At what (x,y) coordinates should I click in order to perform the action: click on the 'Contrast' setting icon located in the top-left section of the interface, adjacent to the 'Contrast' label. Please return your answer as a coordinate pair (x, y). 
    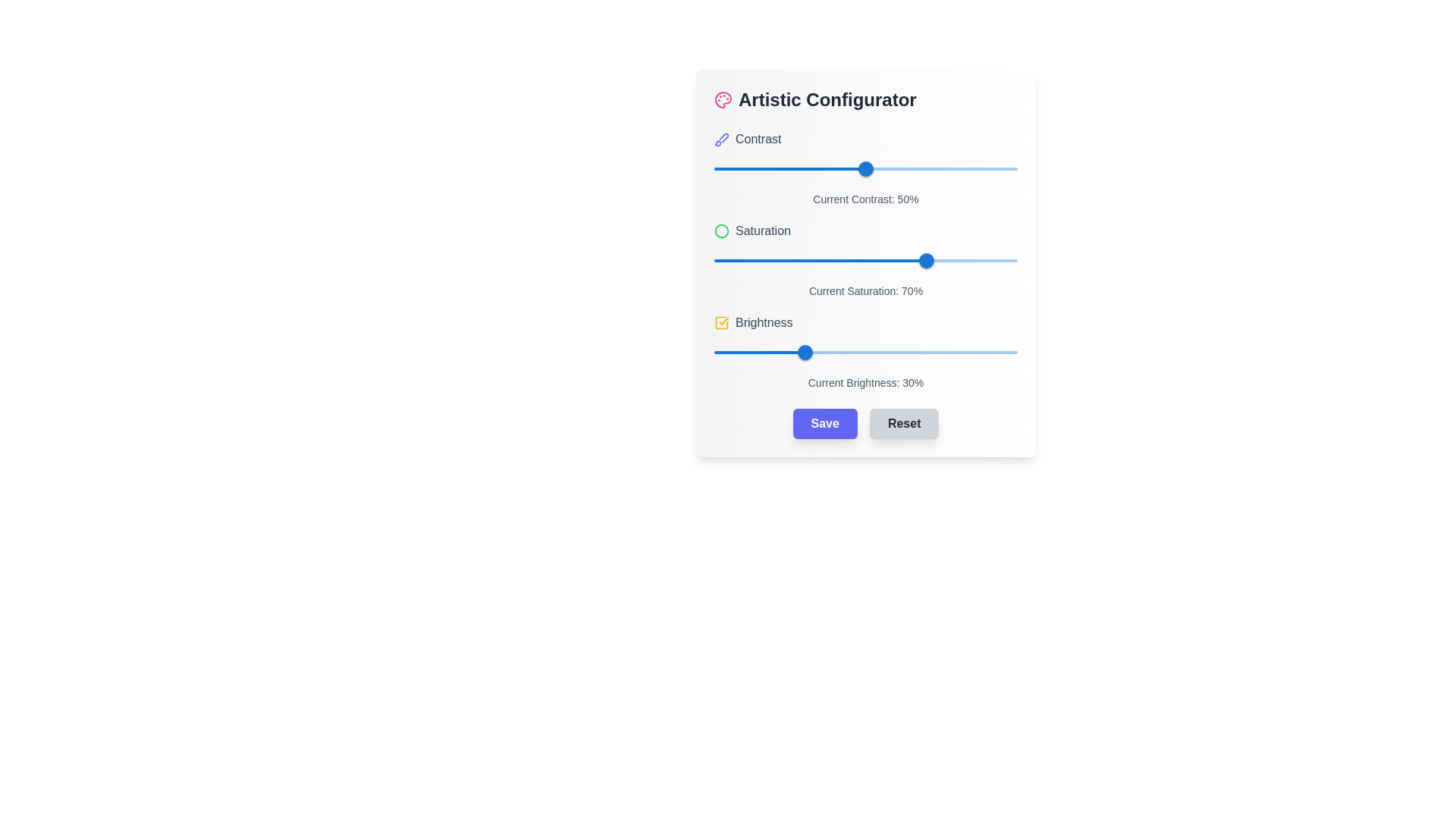
    Looking at the image, I should click on (720, 140).